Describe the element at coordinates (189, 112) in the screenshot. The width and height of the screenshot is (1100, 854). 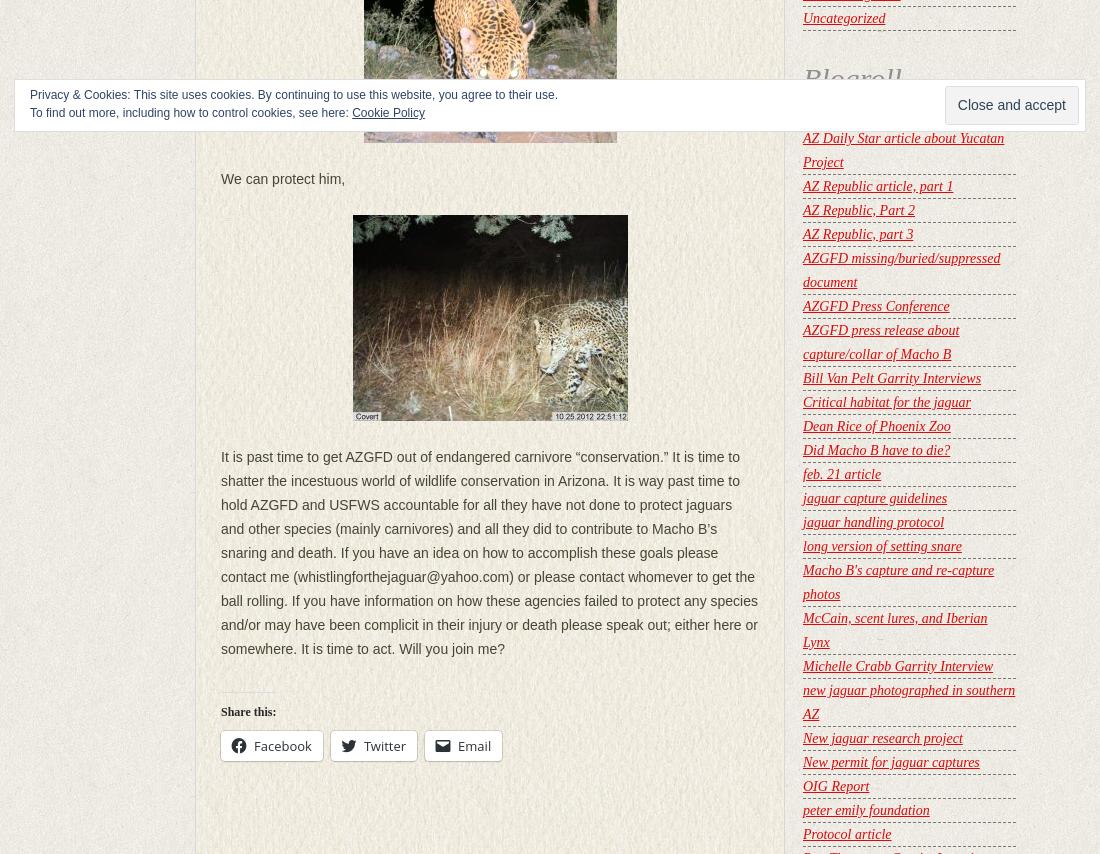
I see `'To find out more, including how to control cookies, see here:'` at that location.